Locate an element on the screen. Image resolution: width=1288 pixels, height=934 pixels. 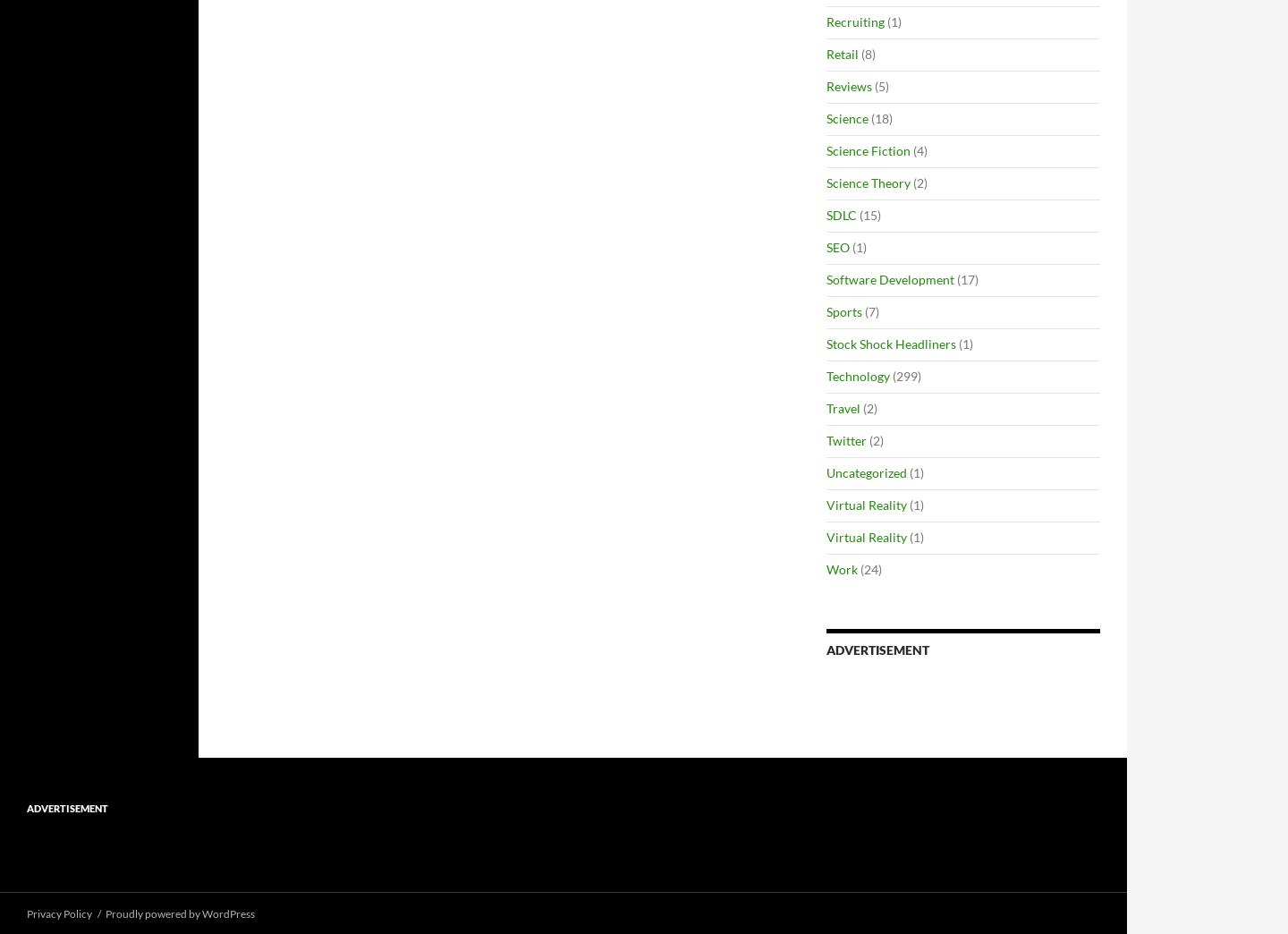
'Science Theory' is located at coordinates (826, 183).